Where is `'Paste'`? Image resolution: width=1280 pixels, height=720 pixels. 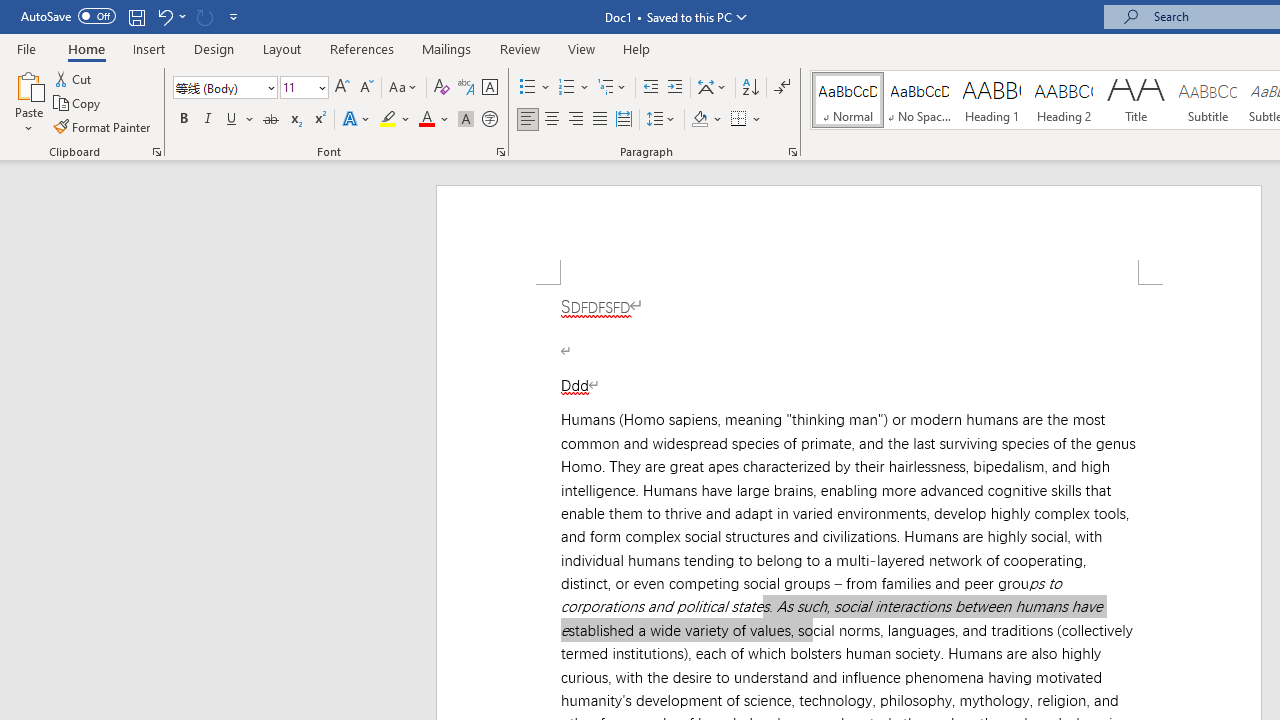
'Paste' is located at coordinates (28, 103).